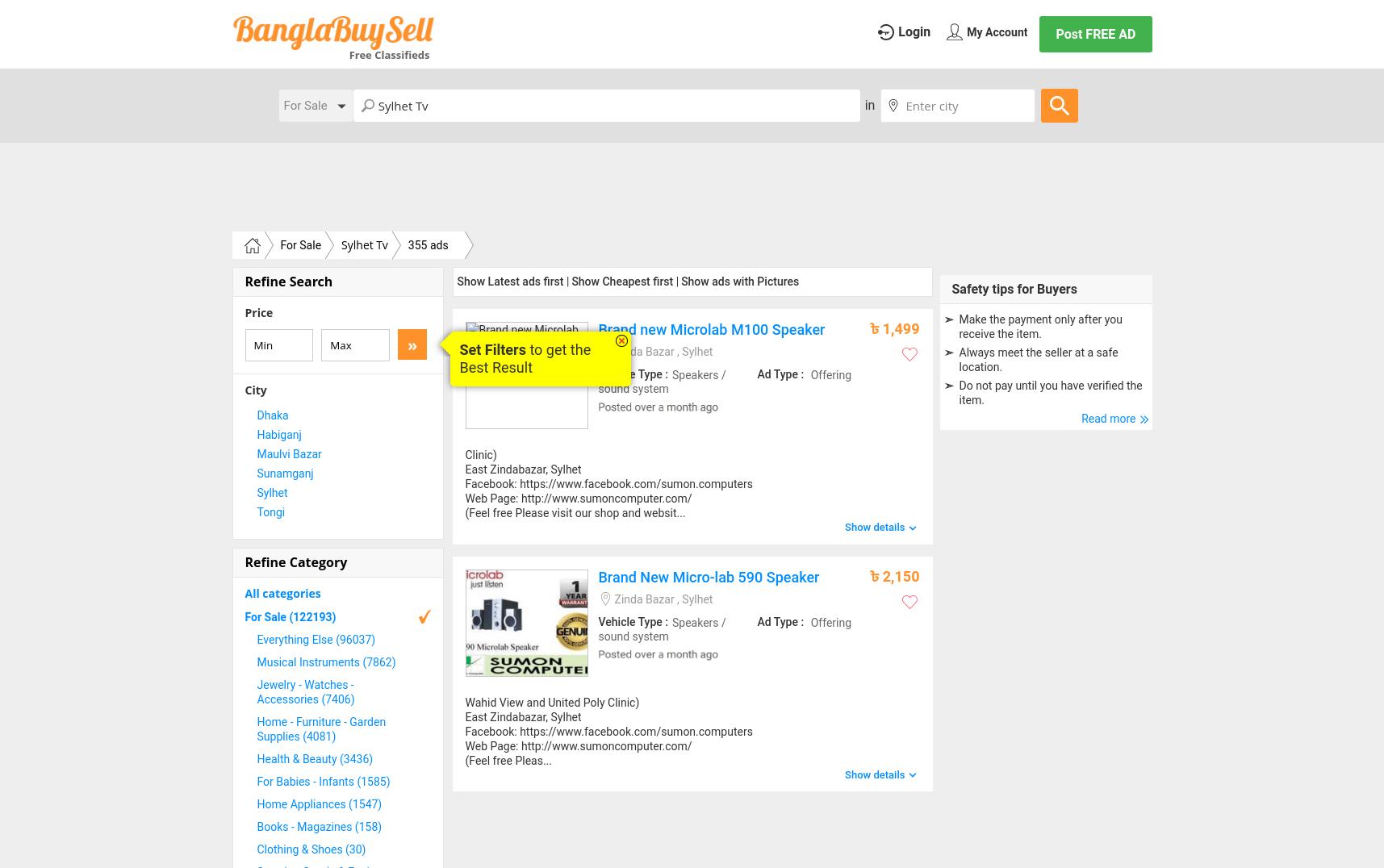  What do you see at coordinates (319, 735) in the screenshot?
I see `'(4081)'` at bounding box center [319, 735].